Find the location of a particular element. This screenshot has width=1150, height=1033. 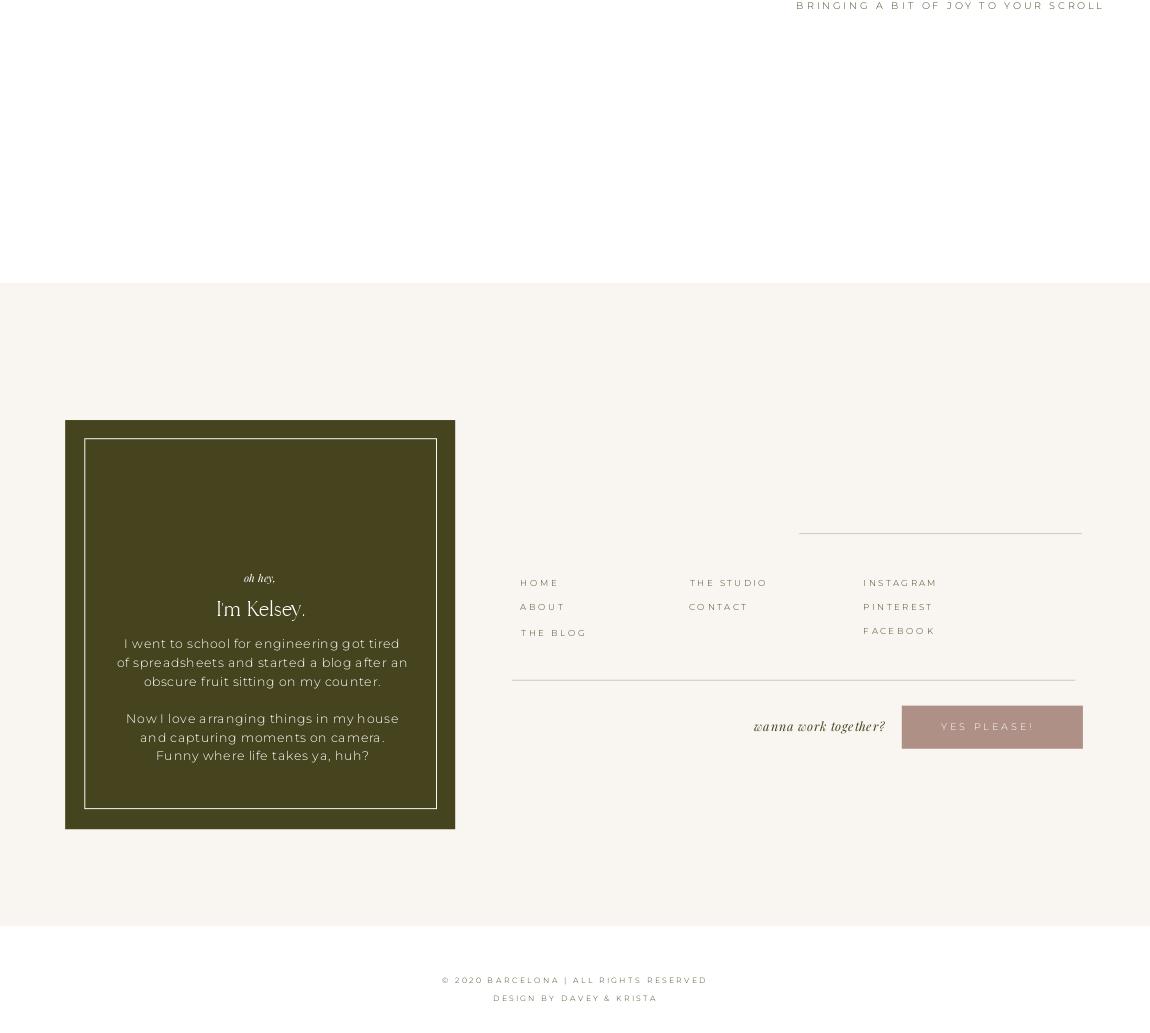

'oh hey,' is located at coordinates (259, 576).